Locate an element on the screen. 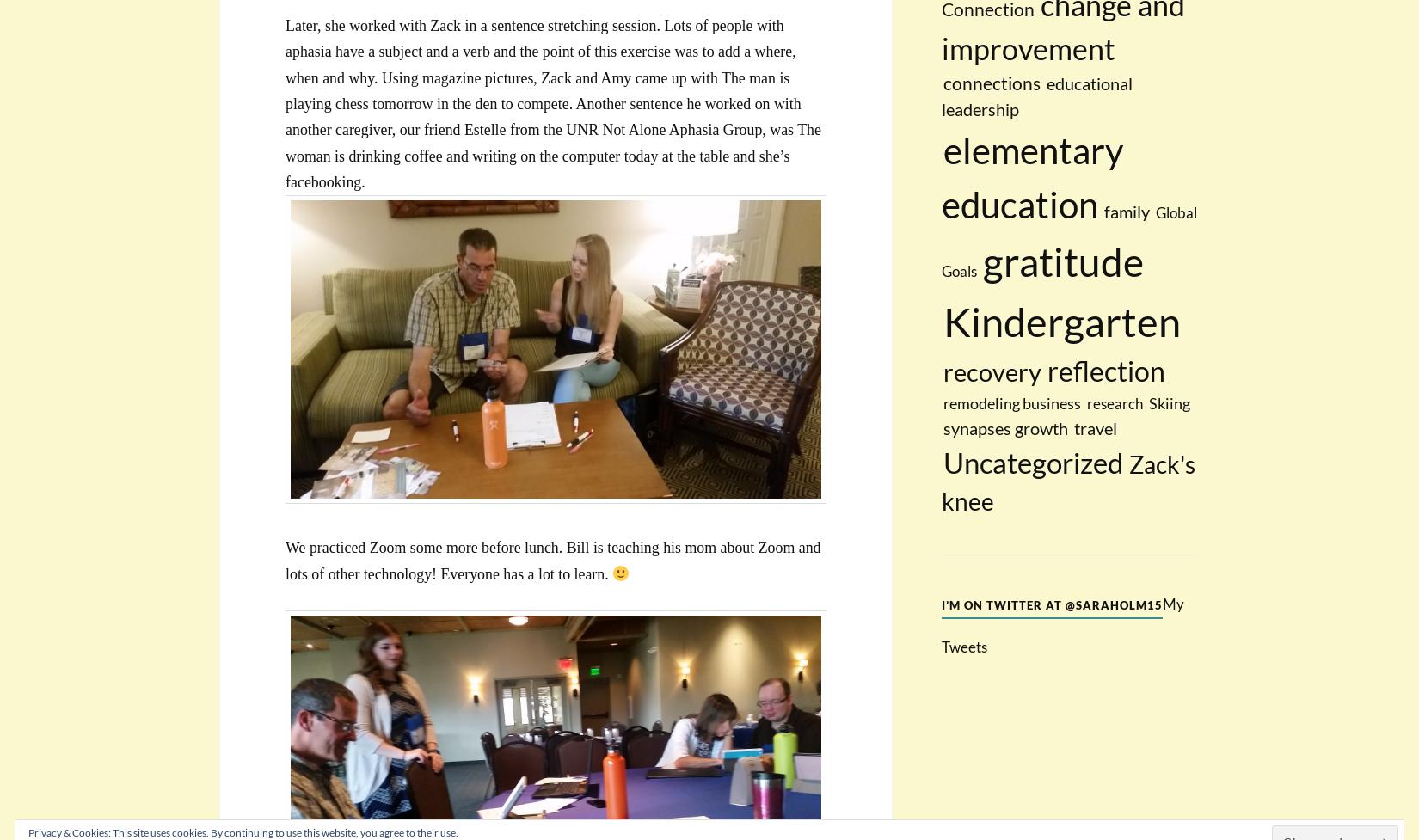 This screenshot has width=1419, height=840. 'Skiing' is located at coordinates (1148, 403).